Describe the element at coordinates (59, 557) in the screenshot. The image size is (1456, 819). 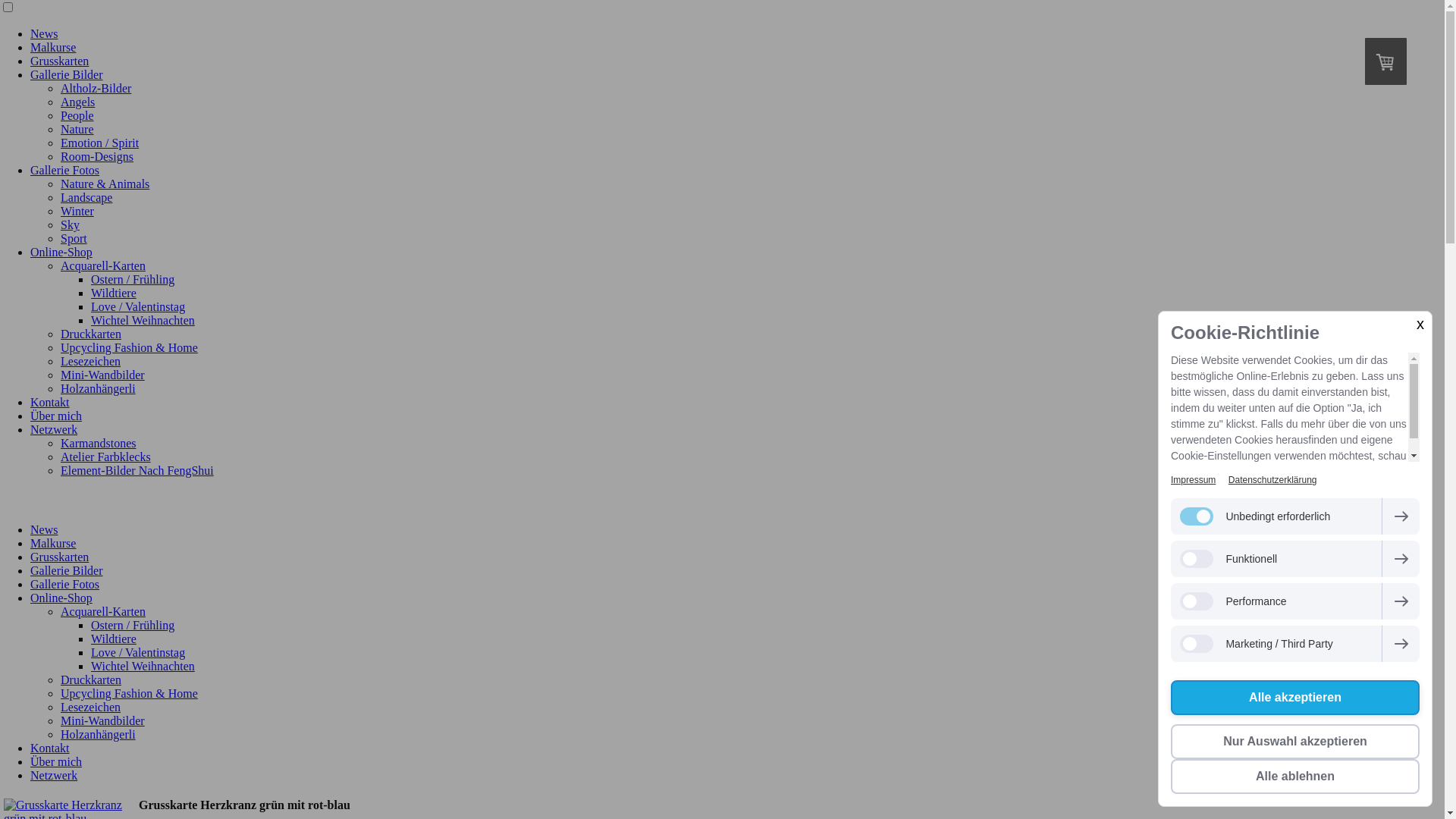
I see `'Grusskarten'` at that location.